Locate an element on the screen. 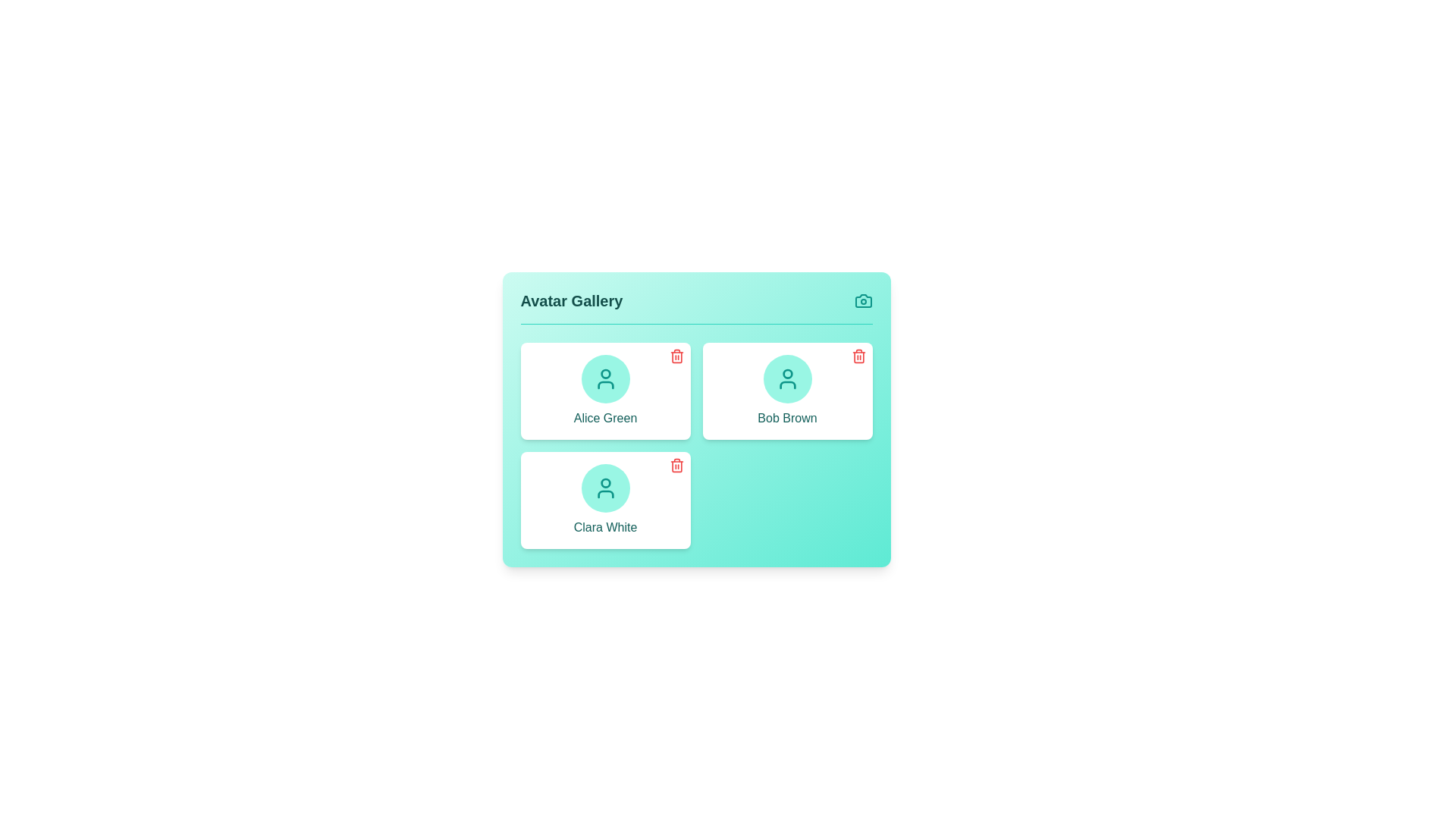  the camera icon located at the top-right corner of the teal header section in the 'Avatar Gallery' card is located at coordinates (863, 301).